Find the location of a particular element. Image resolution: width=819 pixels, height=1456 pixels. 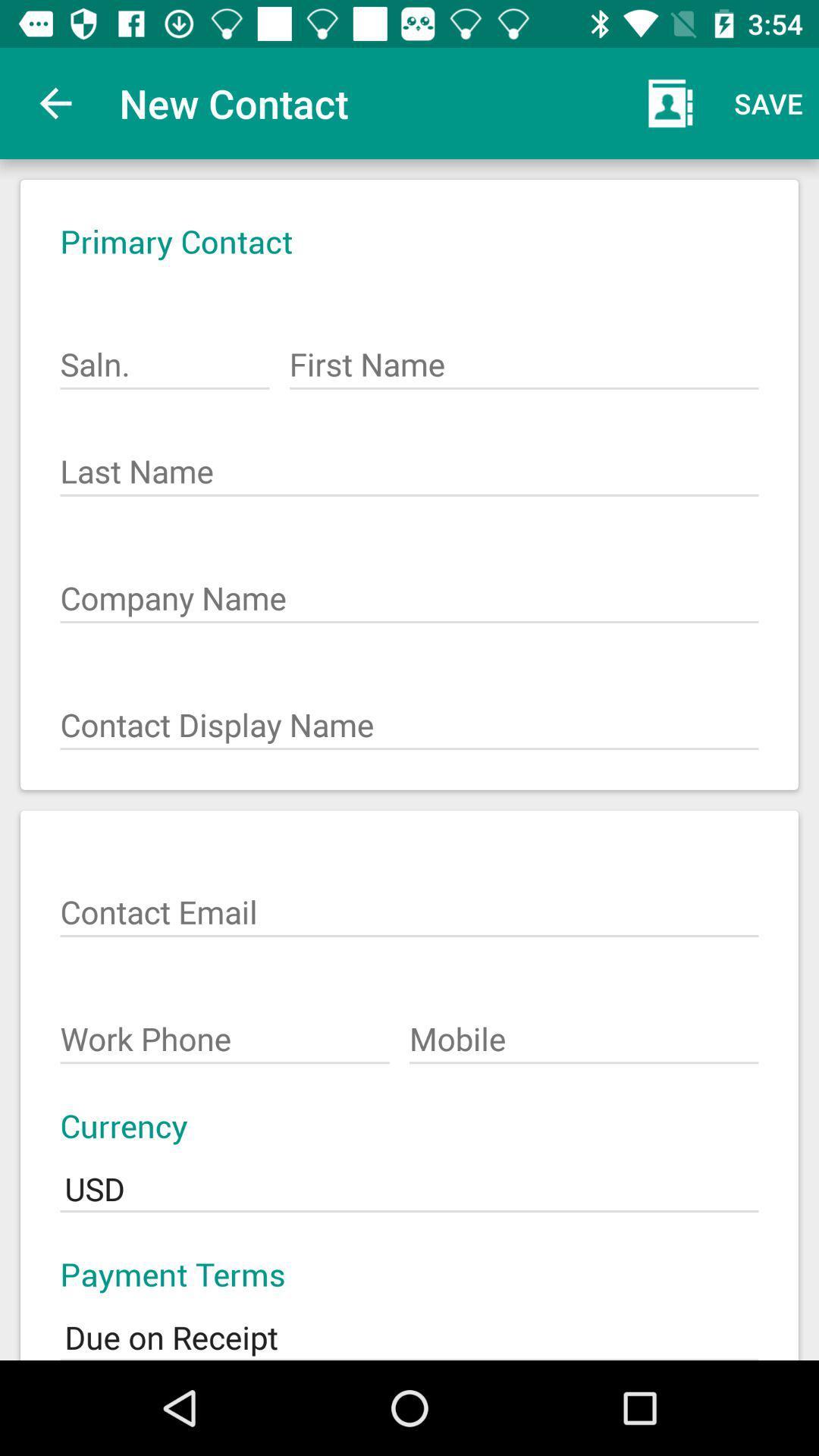

item below the primary contact icon is located at coordinates (523, 356).